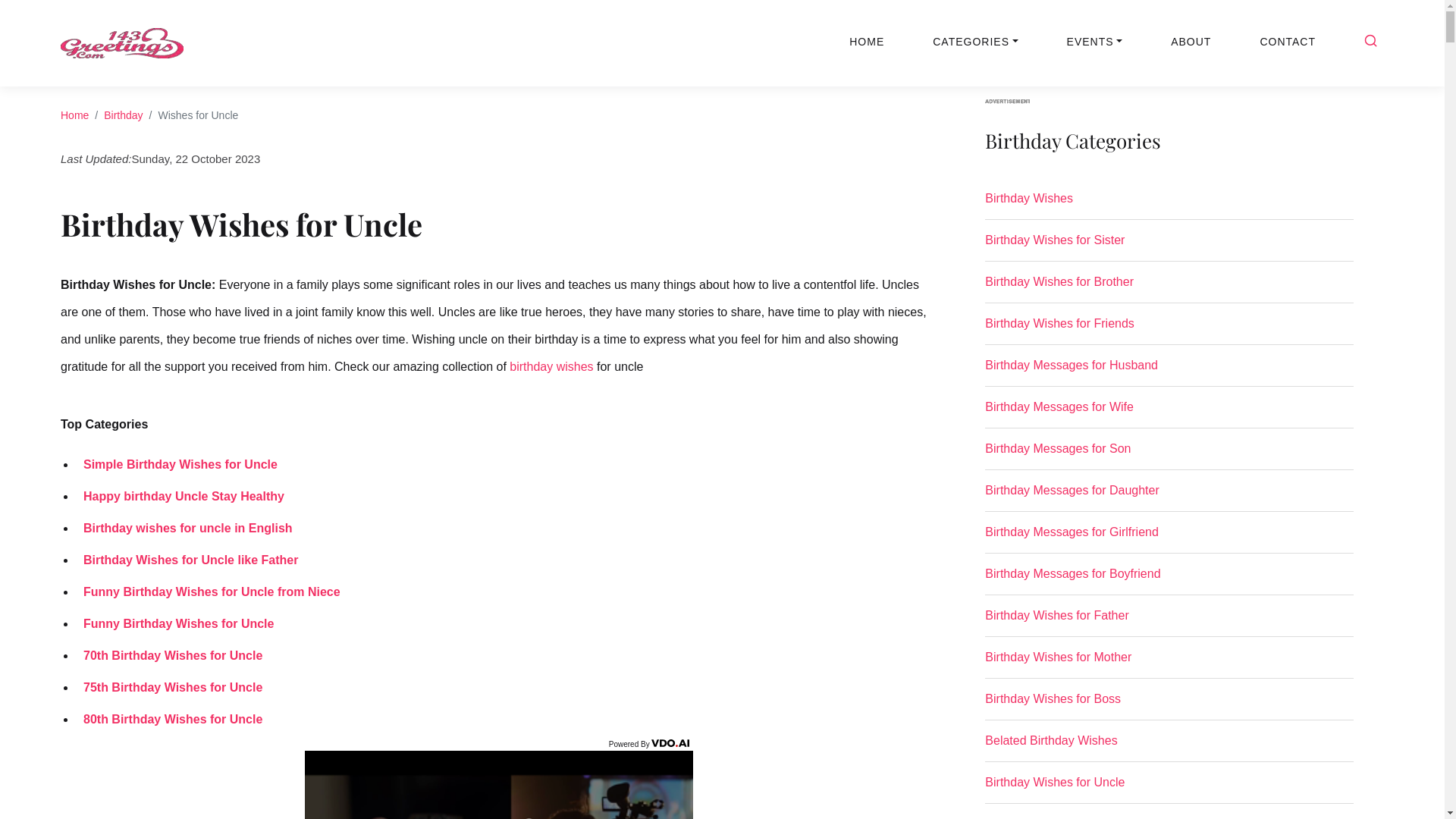  What do you see at coordinates (177, 463) in the screenshot?
I see `'Simple Birthday Wishes for Uncle'` at bounding box center [177, 463].